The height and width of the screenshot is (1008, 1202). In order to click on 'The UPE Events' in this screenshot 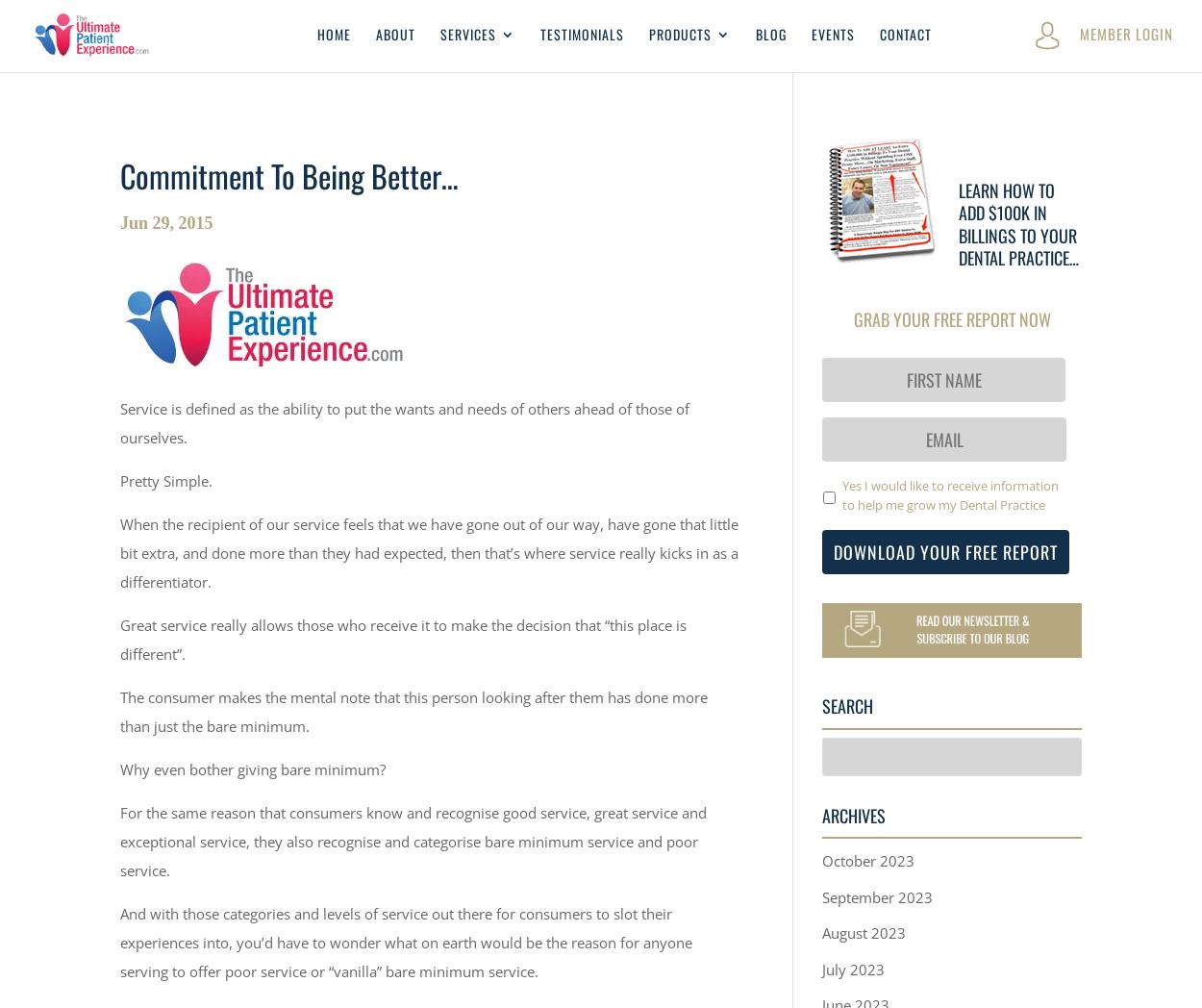, I will do `click(686, 351)`.